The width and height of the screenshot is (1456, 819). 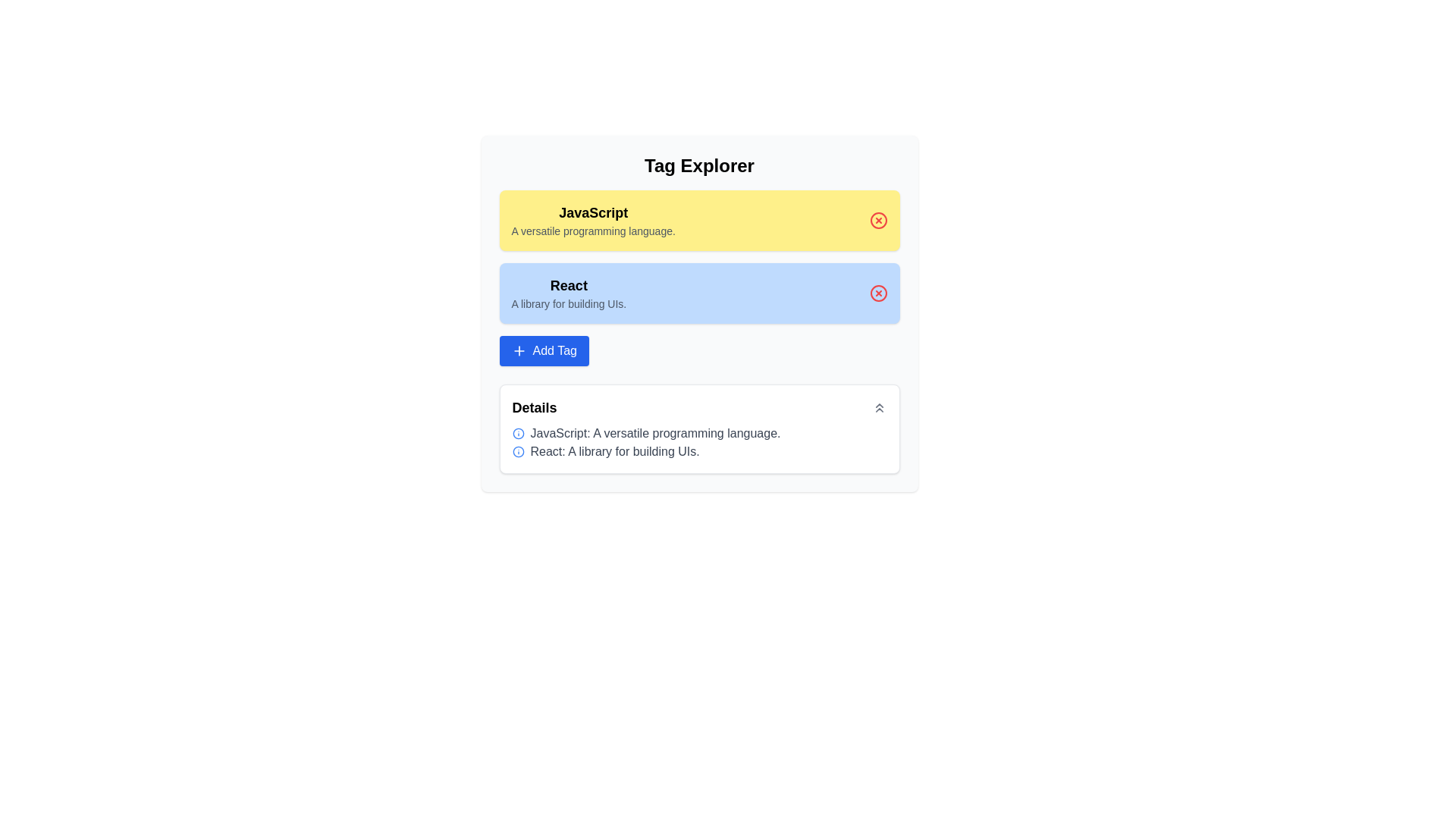 I want to click on the 'Add Tag' button located at the bottom of the 'Tag Explorer' panel, directly below the 'React' section, so click(x=544, y=350).